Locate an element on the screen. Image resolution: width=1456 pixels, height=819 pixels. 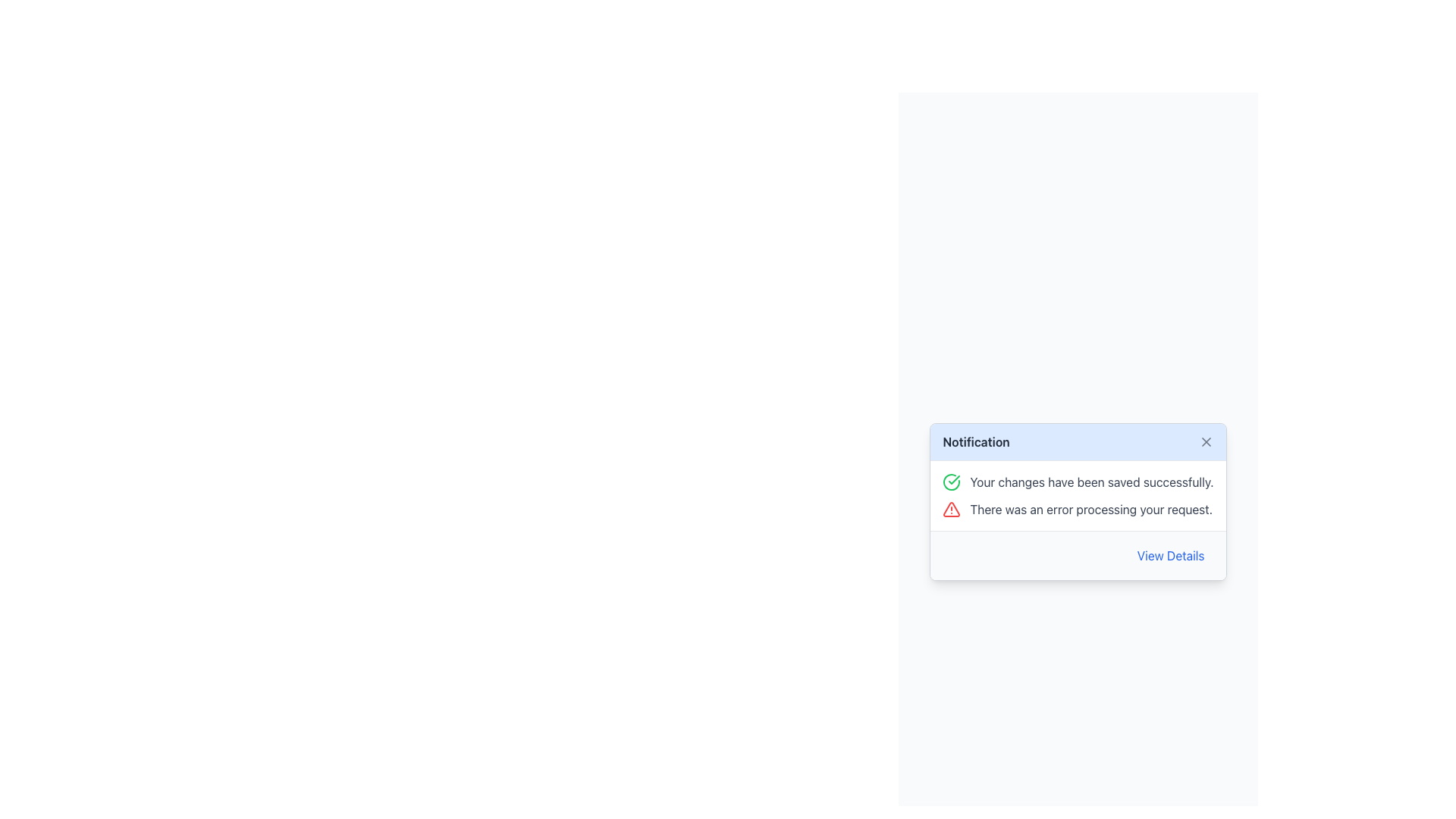
the distinct button located at the bottom-right of the notification box is located at coordinates (1170, 555).